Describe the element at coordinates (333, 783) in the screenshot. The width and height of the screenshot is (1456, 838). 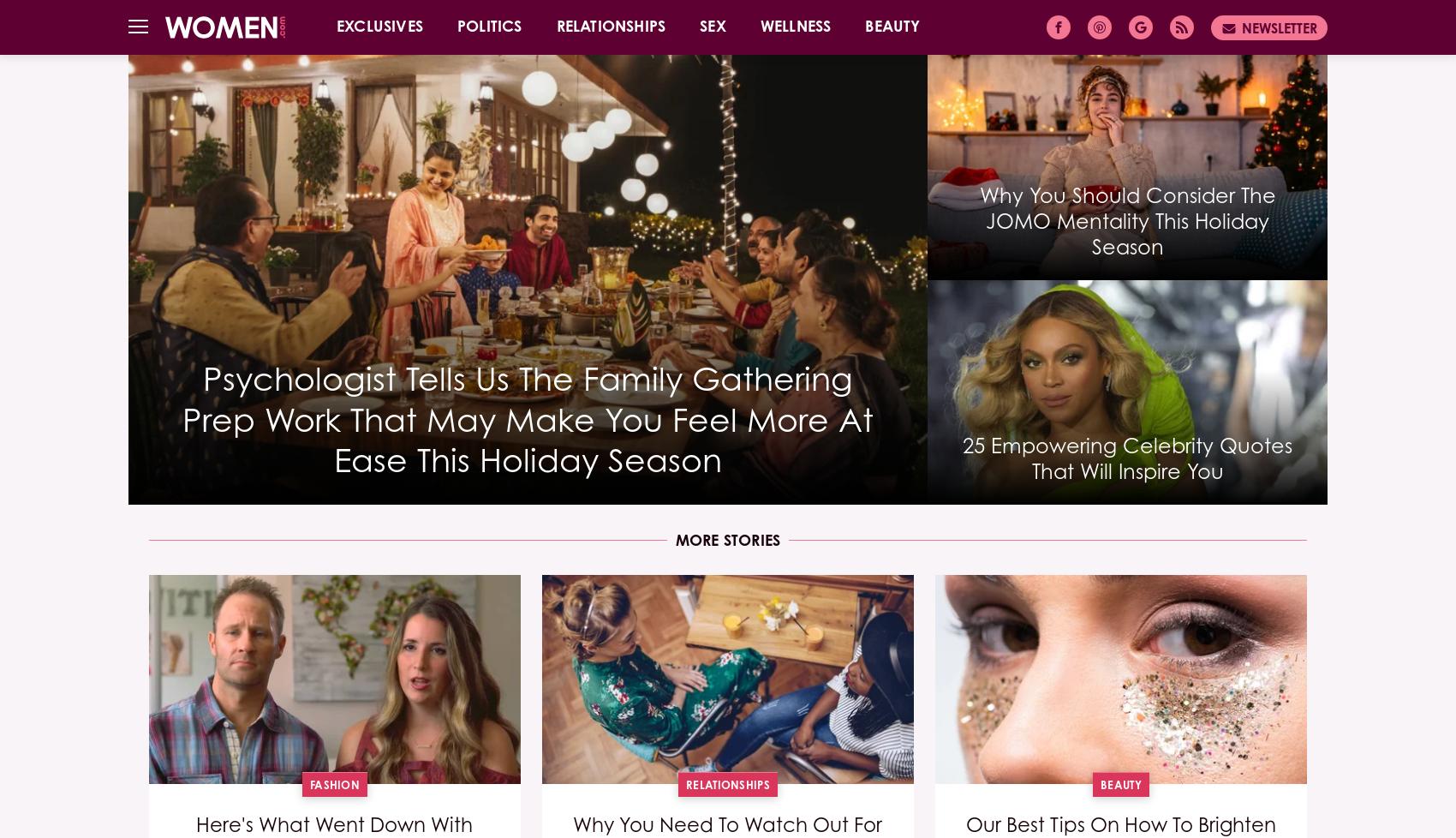
I see `'Fashion'` at that location.